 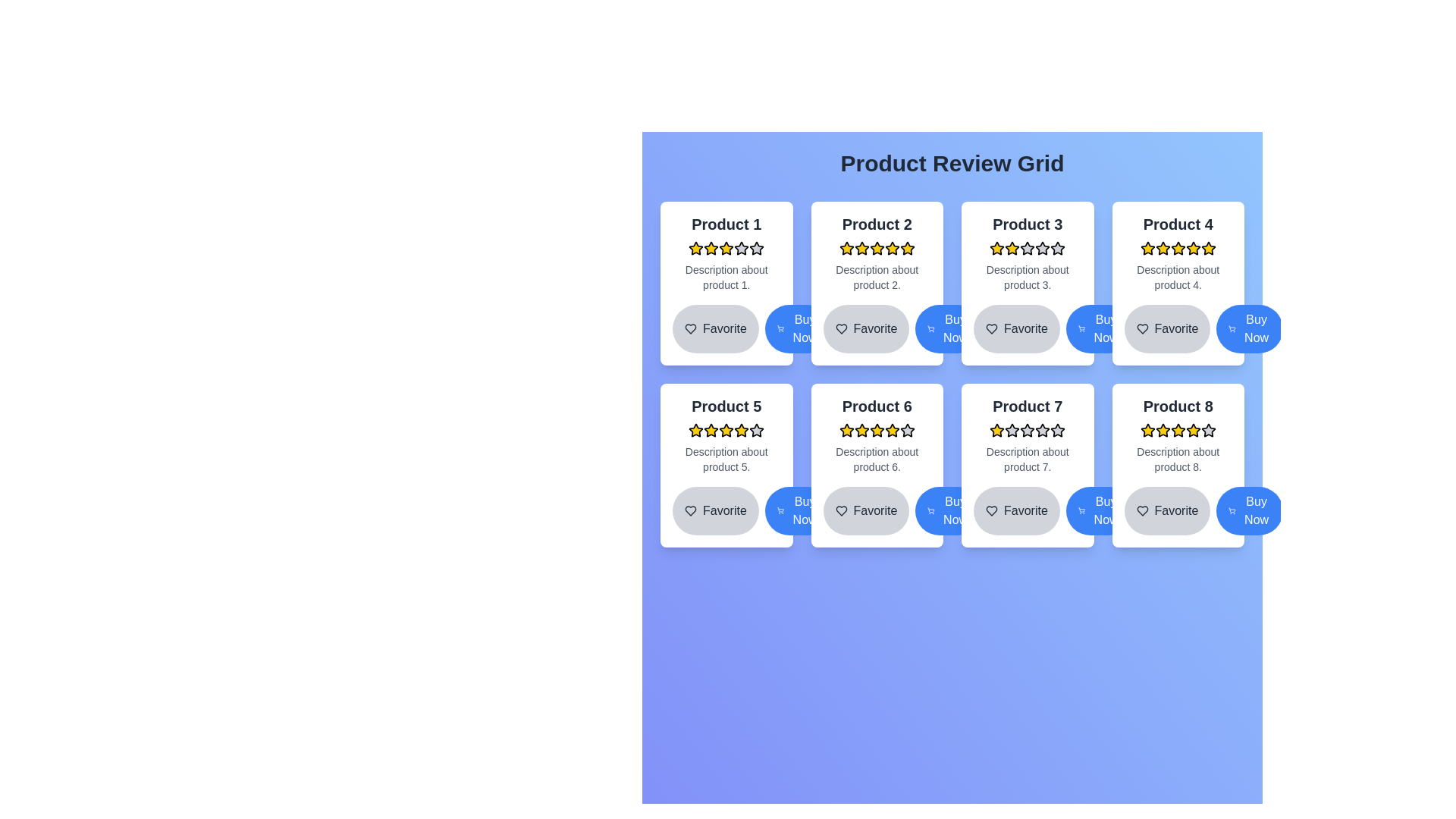 What do you see at coordinates (797, 328) in the screenshot?
I see `the purchase button located next to the 'Favorite' button under the product cards` at bounding box center [797, 328].